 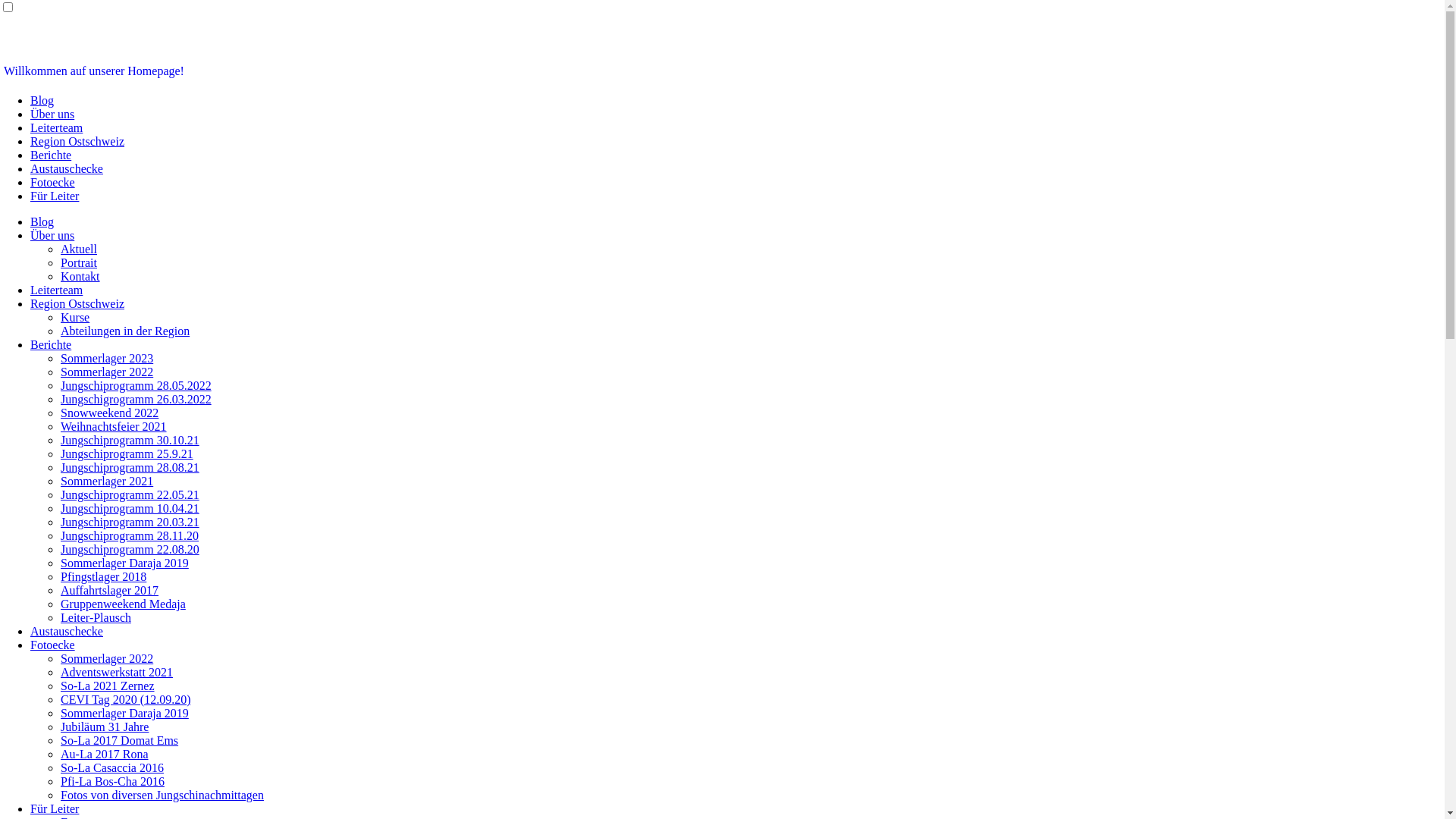 I want to click on 'So-La 2017 Domat Ems', so click(x=61, y=739).